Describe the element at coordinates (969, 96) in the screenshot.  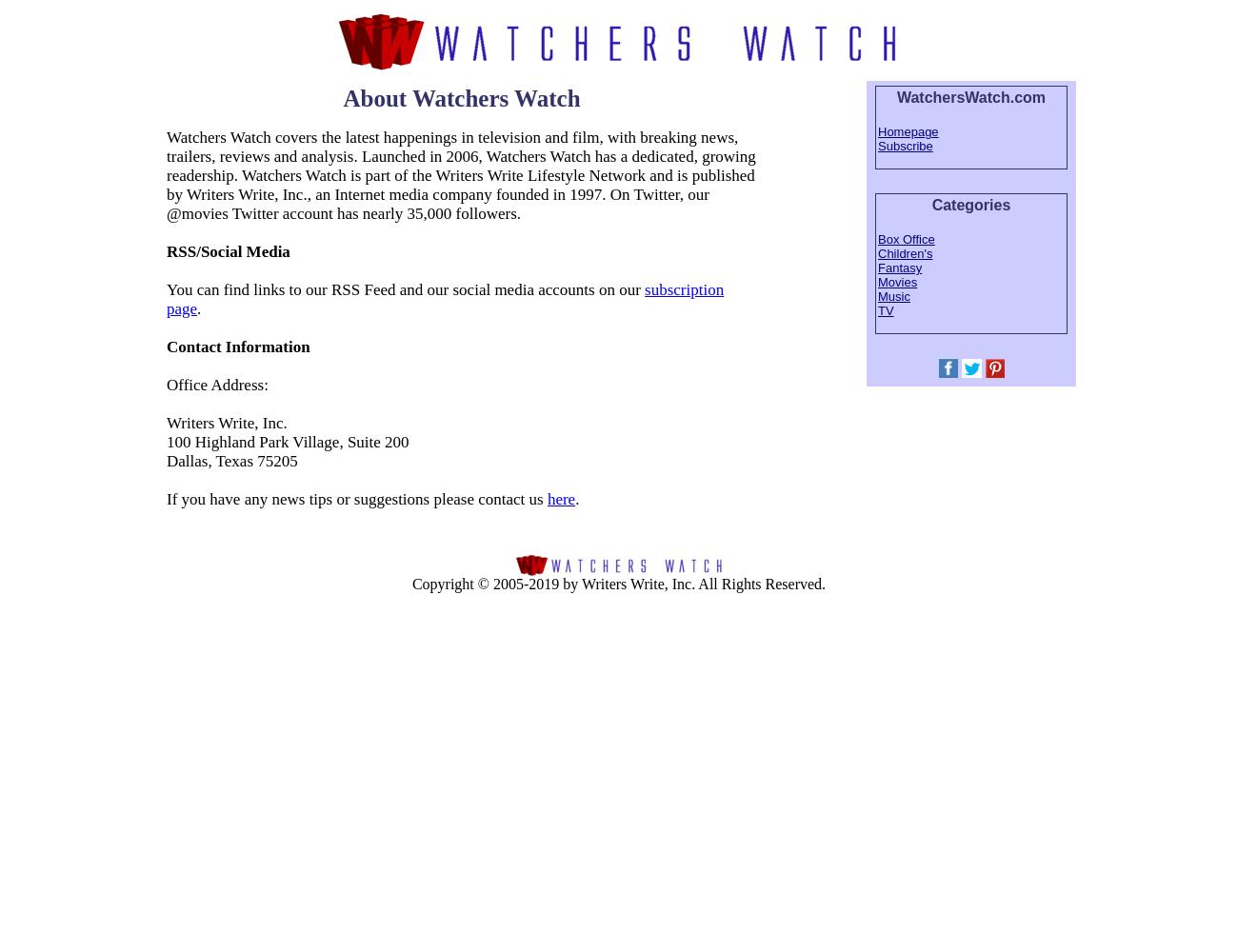
I see `'WatchersWatch.com'` at that location.